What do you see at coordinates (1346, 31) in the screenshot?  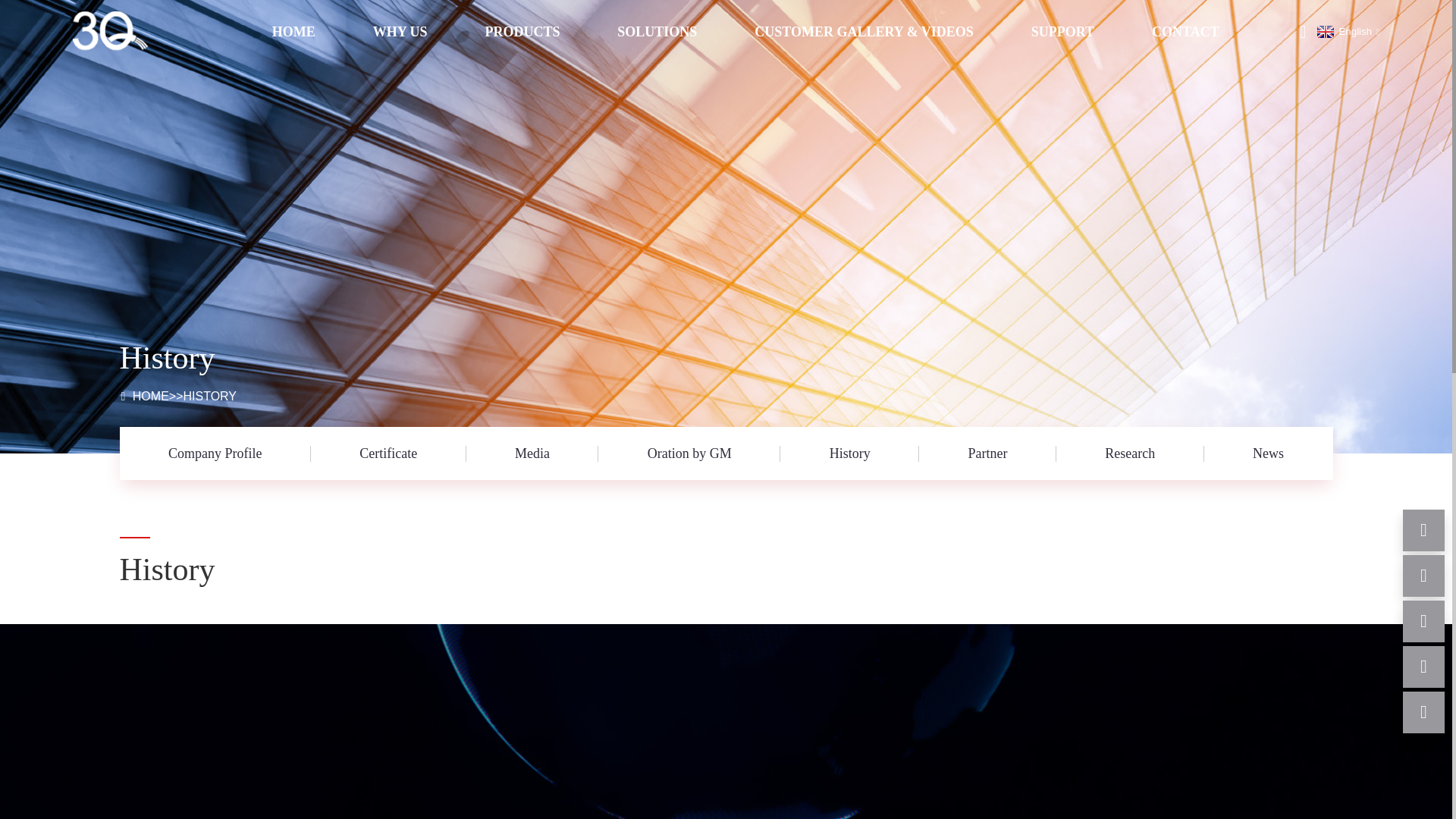 I see `'English'` at bounding box center [1346, 31].